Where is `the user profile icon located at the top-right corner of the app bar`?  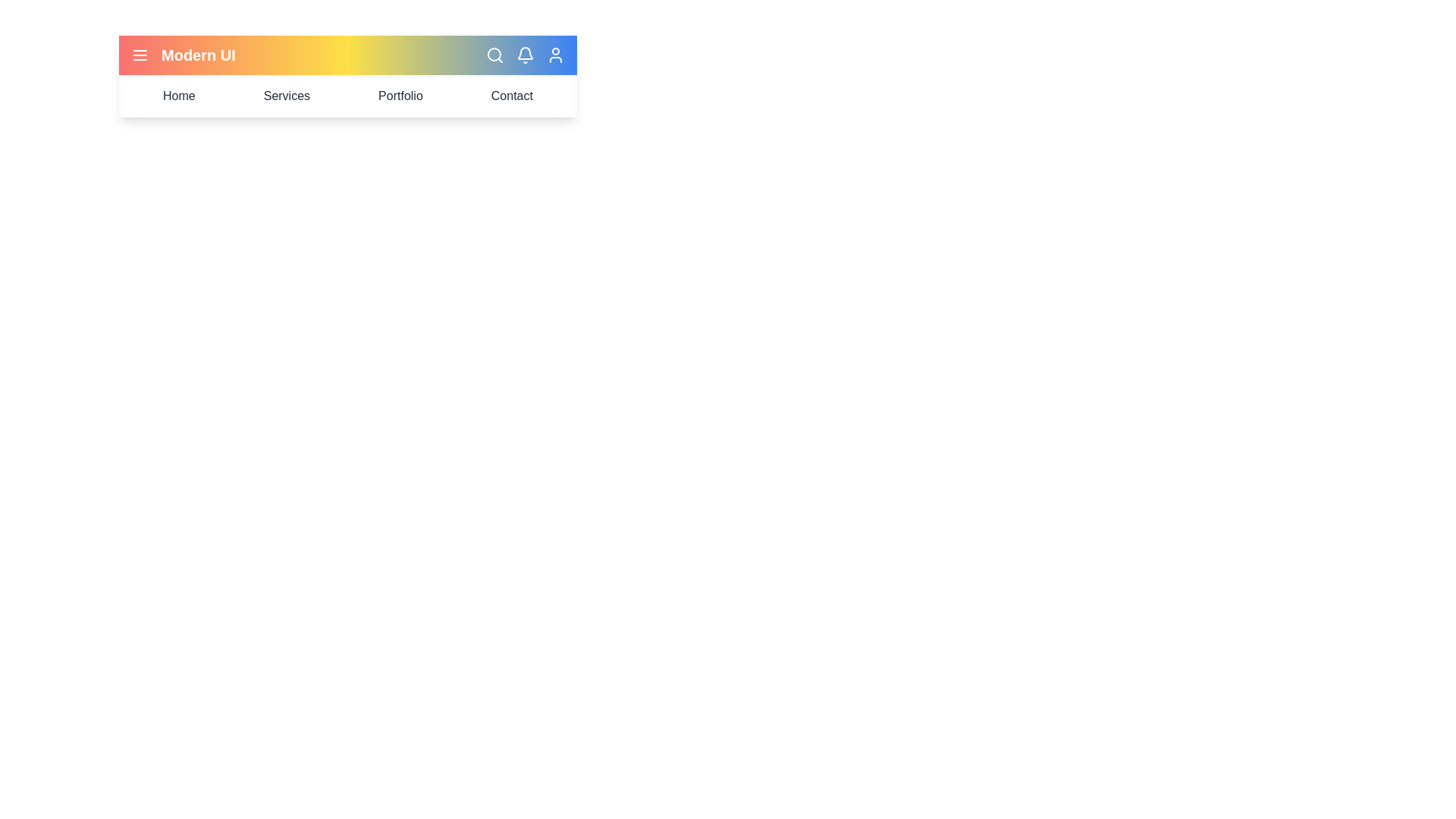
the user profile icon located at the top-right corner of the app bar is located at coordinates (555, 55).